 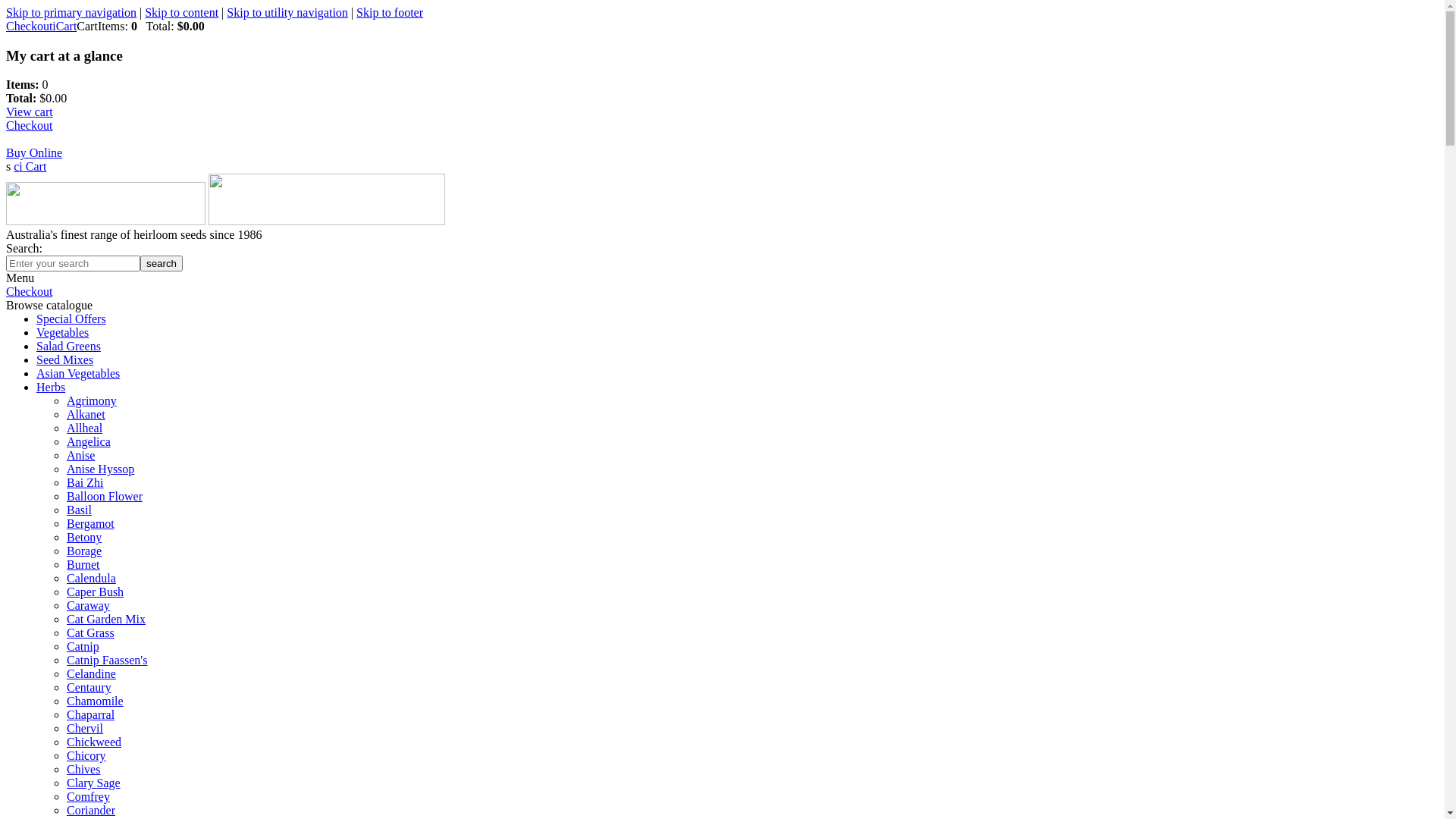 What do you see at coordinates (83, 564) in the screenshot?
I see `'Burnet'` at bounding box center [83, 564].